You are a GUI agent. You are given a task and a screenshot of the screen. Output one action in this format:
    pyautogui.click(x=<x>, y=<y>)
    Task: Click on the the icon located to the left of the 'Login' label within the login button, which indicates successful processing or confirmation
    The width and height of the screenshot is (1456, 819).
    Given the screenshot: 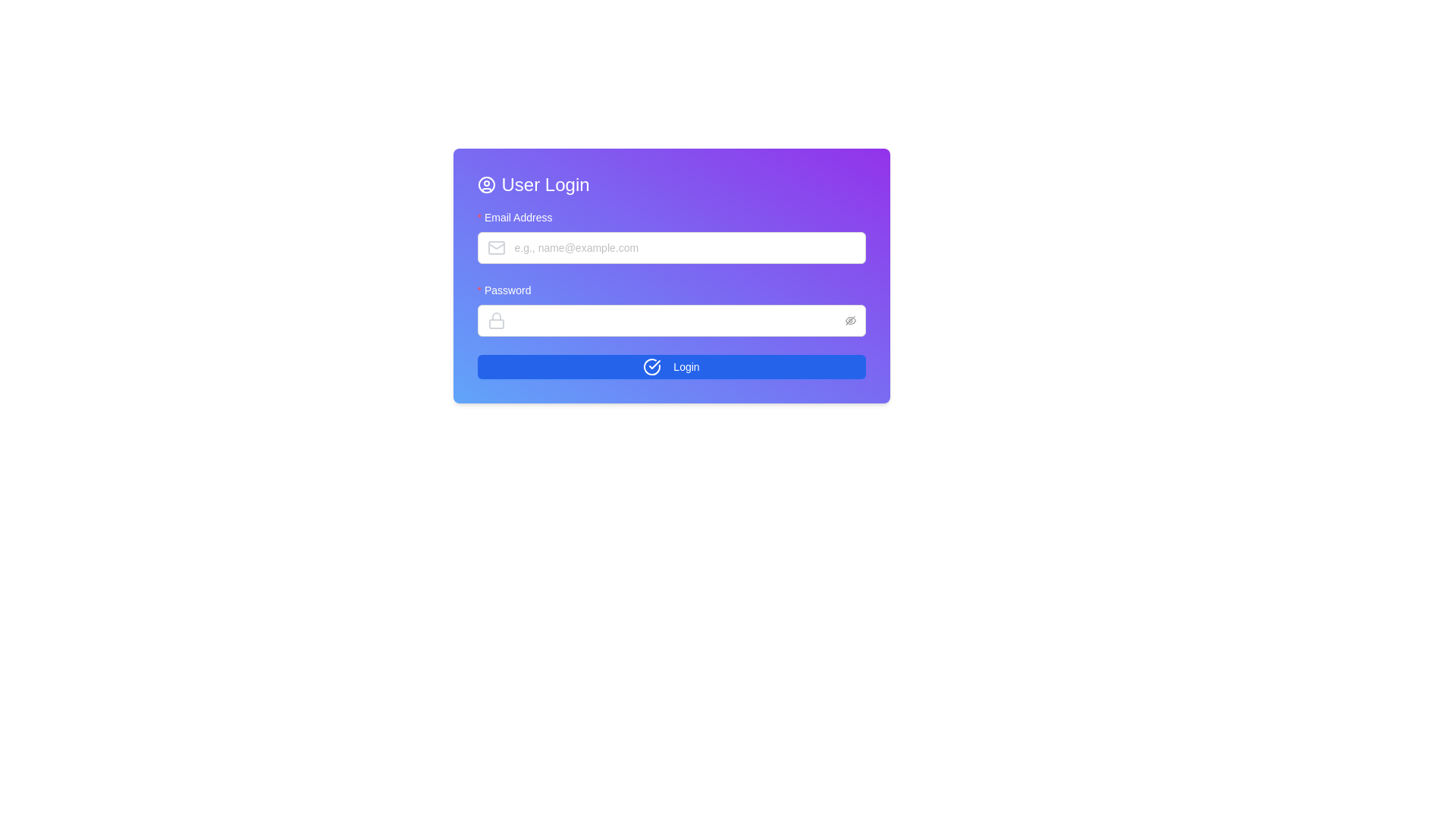 What is the action you would take?
    pyautogui.click(x=652, y=366)
    